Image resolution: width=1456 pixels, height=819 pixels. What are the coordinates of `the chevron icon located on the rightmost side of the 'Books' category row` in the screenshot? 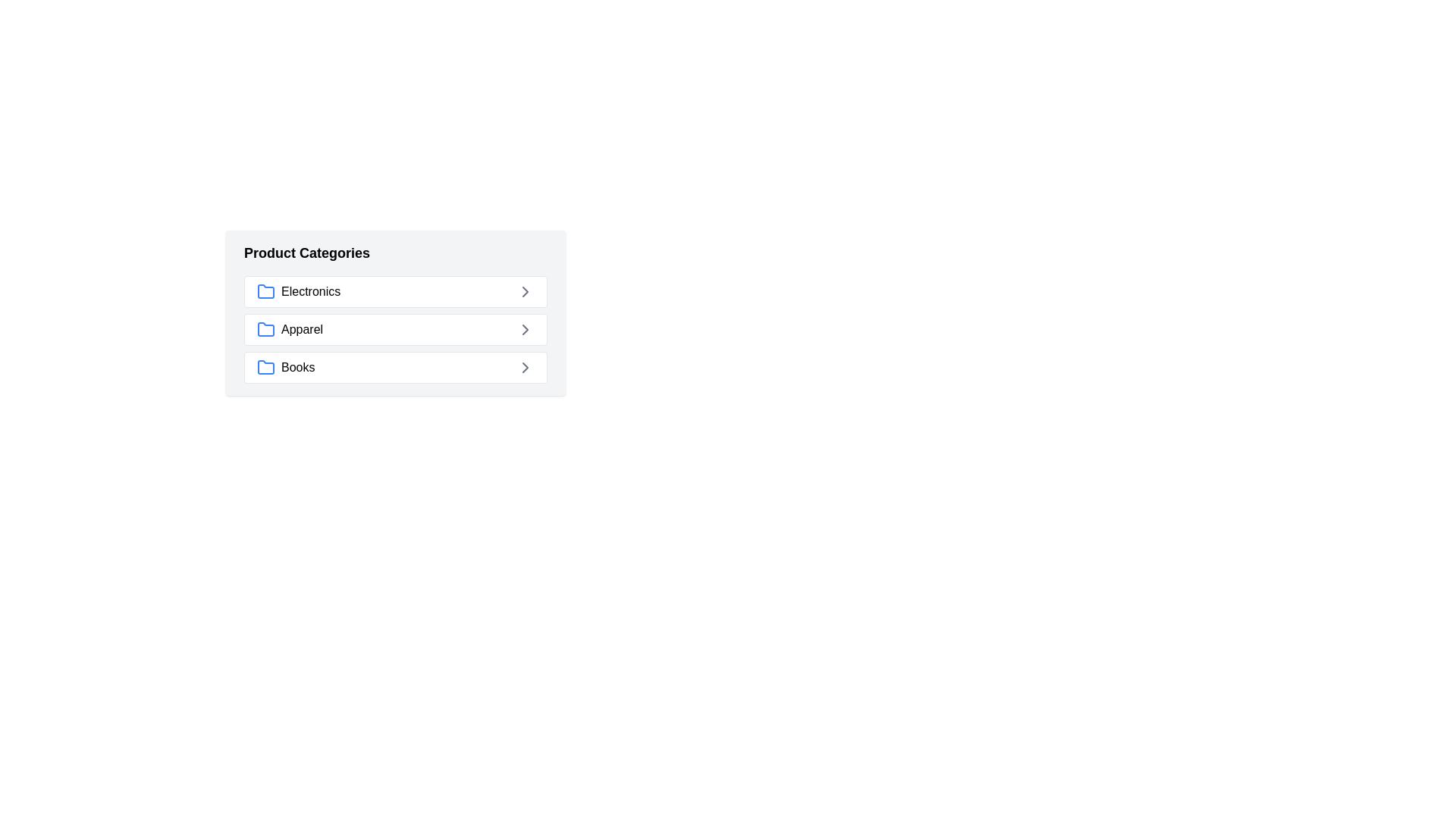 It's located at (525, 368).